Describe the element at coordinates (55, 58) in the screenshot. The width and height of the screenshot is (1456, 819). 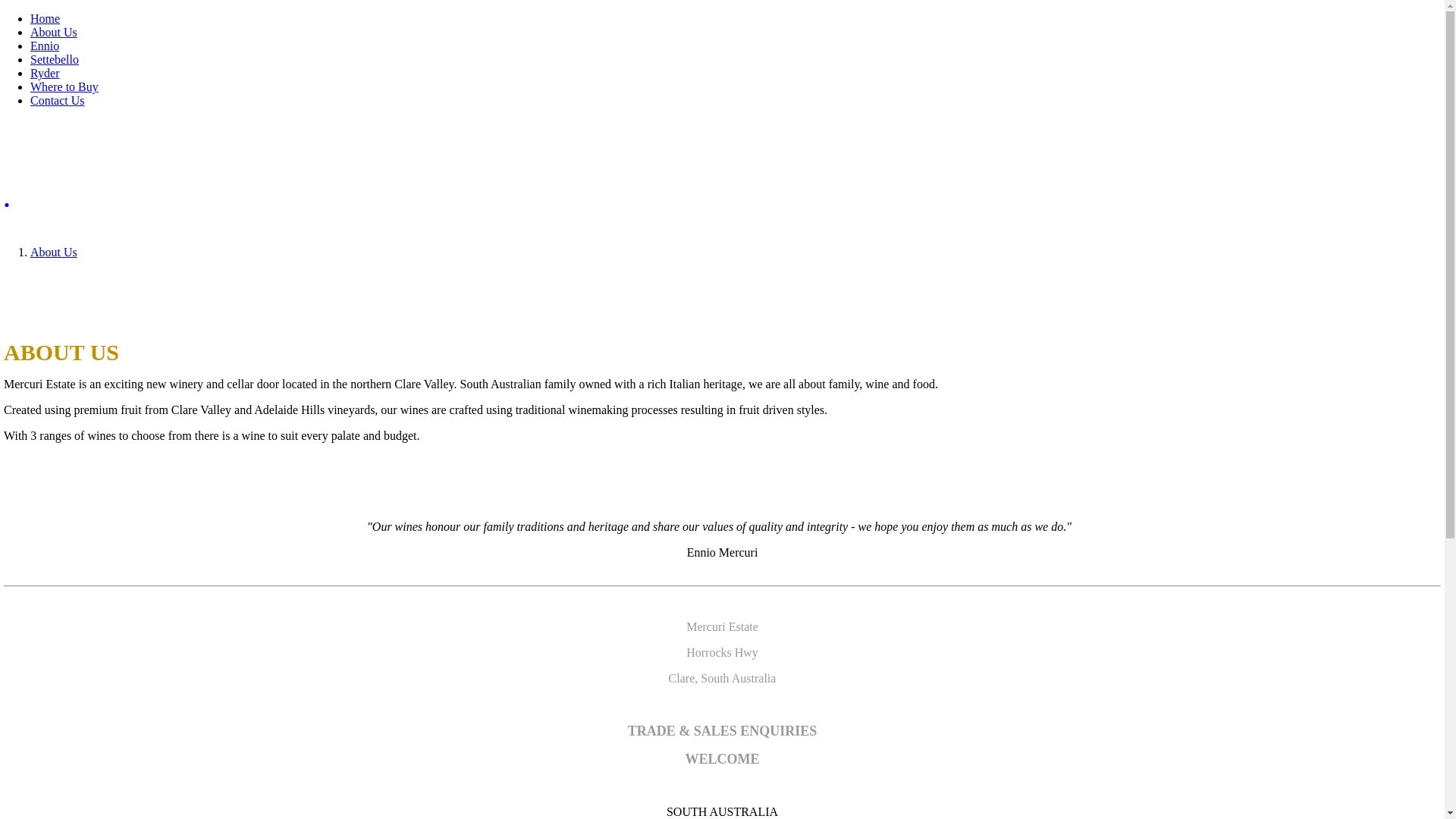
I see `'Settebello'` at that location.